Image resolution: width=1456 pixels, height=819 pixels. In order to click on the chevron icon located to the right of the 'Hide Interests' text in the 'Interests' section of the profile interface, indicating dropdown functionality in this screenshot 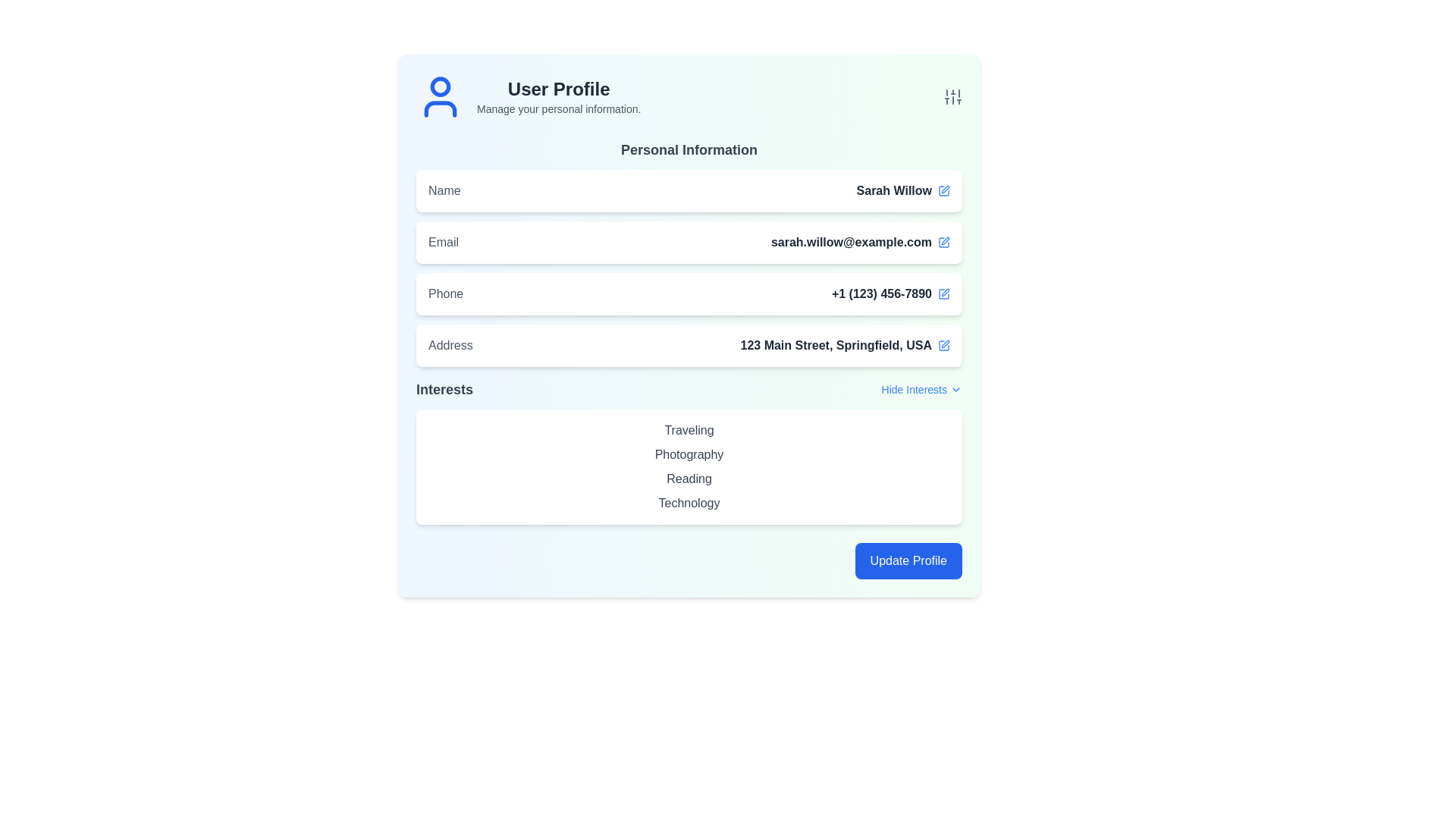, I will do `click(955, 388)`.